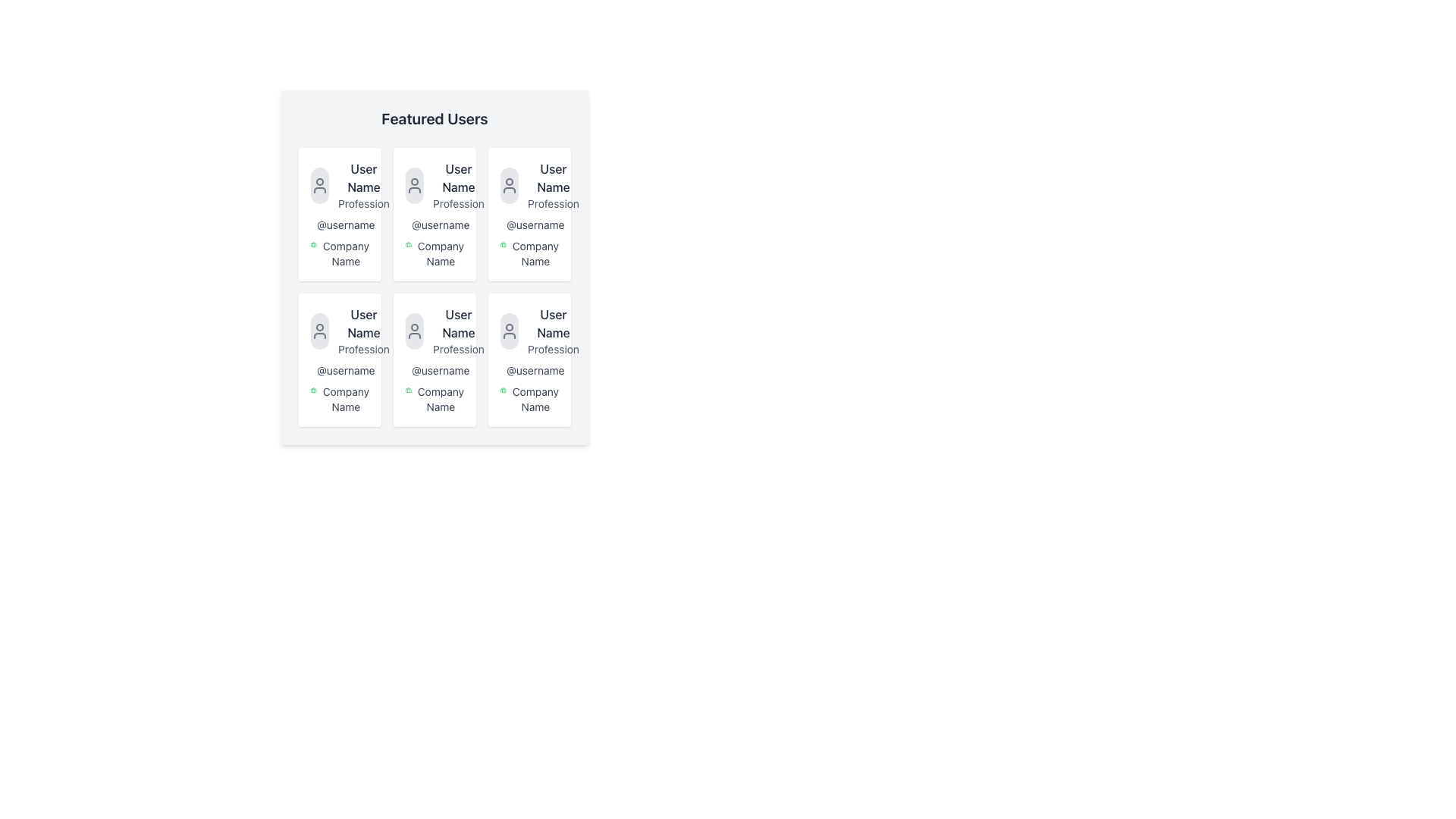 This screenshot has height=819, width=1456. Describe the element at coordinates (339, 371) in the screenshot. I see `the username or handle text located within the user card, which is positioned below 'Profession' and above 'Company Name' in the second row's leftmost column of the grid layout` at that location.